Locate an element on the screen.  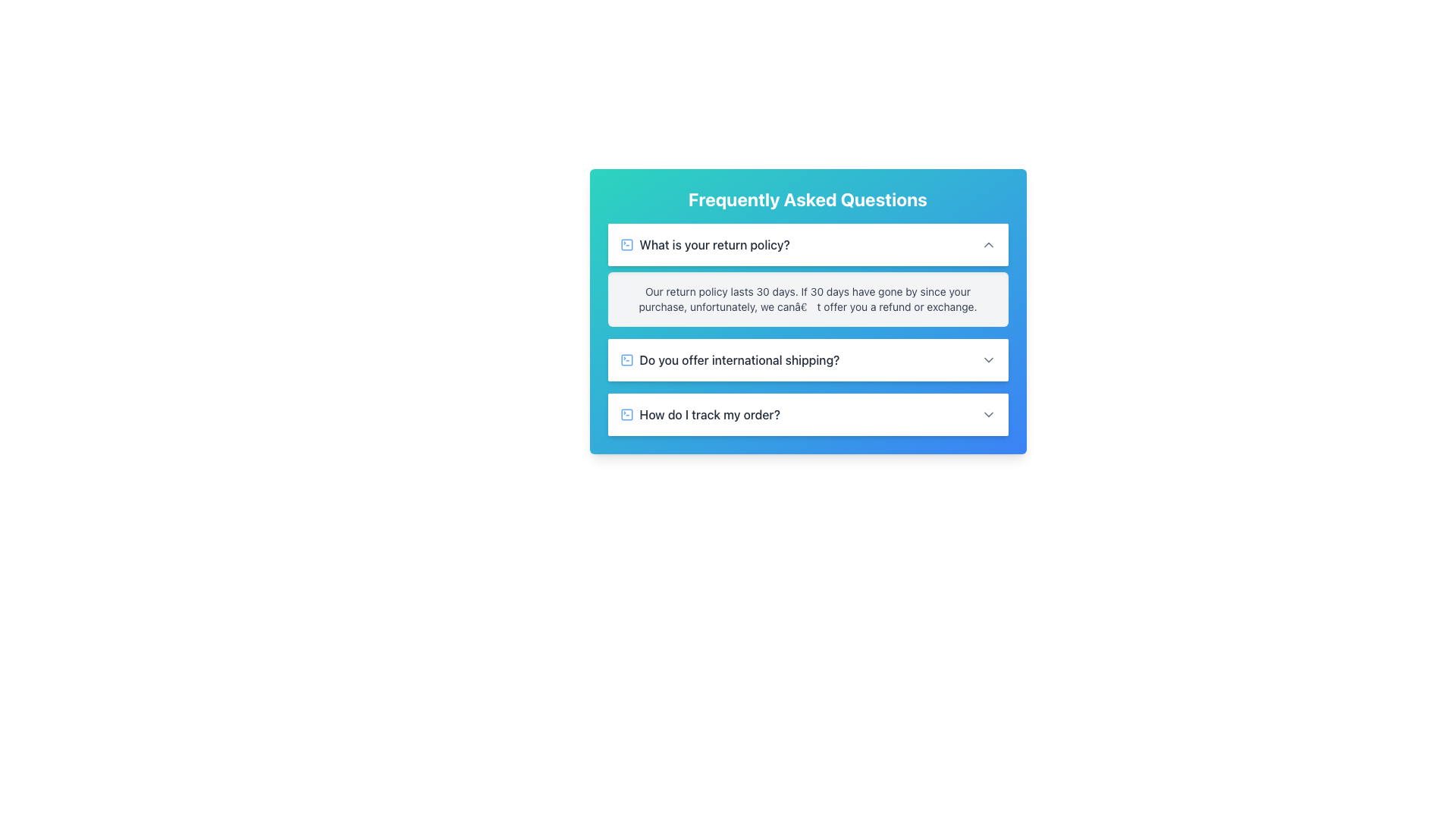
the terminal icon representing the FAQ item about the return policy by moving the cursor to its location is located at coordinates (626, 244).